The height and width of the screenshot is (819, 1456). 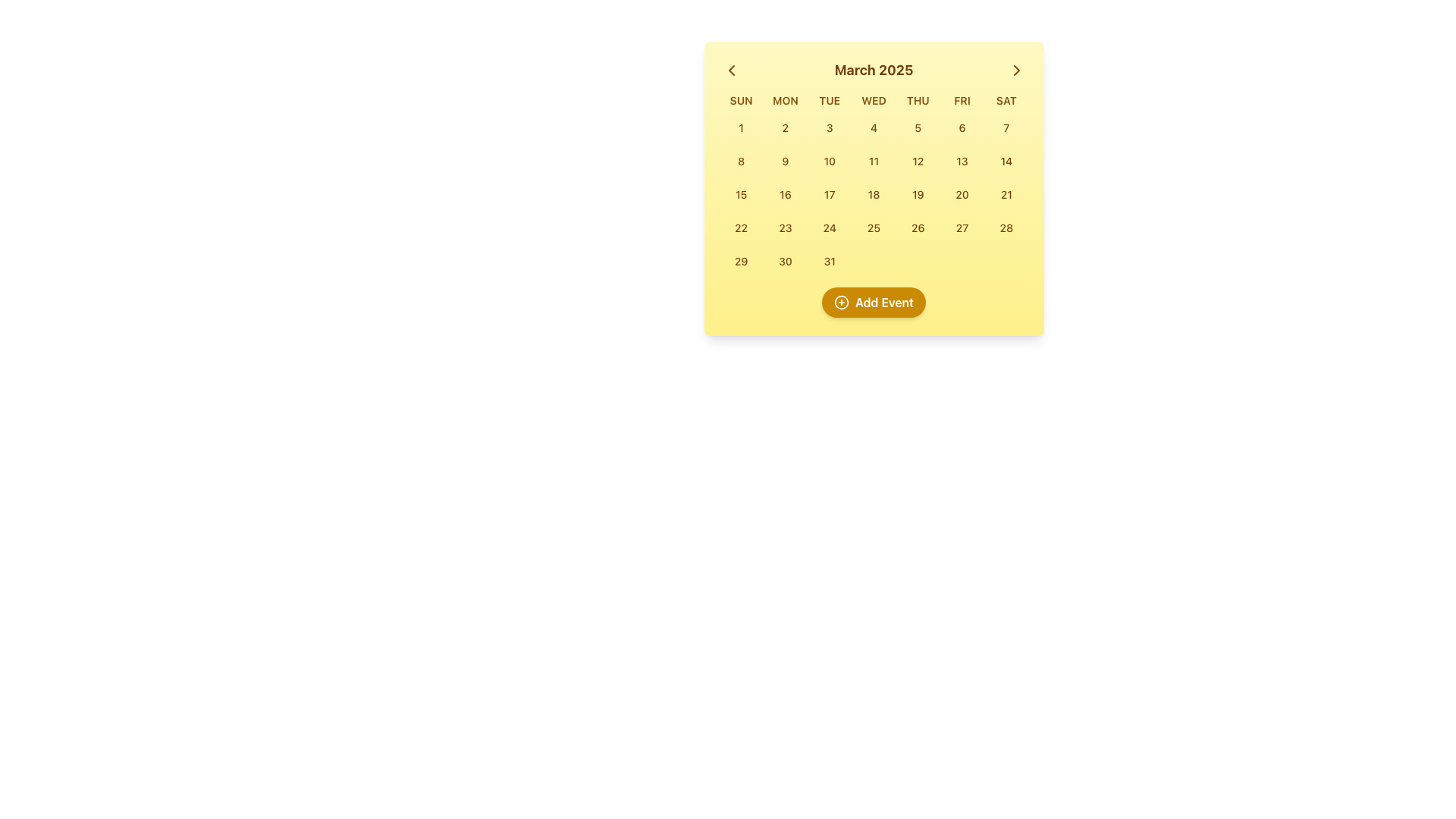 What do you see at coordinates (829, 161) in the screenshot?
I see `the square-shaped button displaying the number '10' with brown text and a light yellow rounded background, located in the calendar grid under 'TUE', to trigger the hover effect` at bounding box center [829, 161].